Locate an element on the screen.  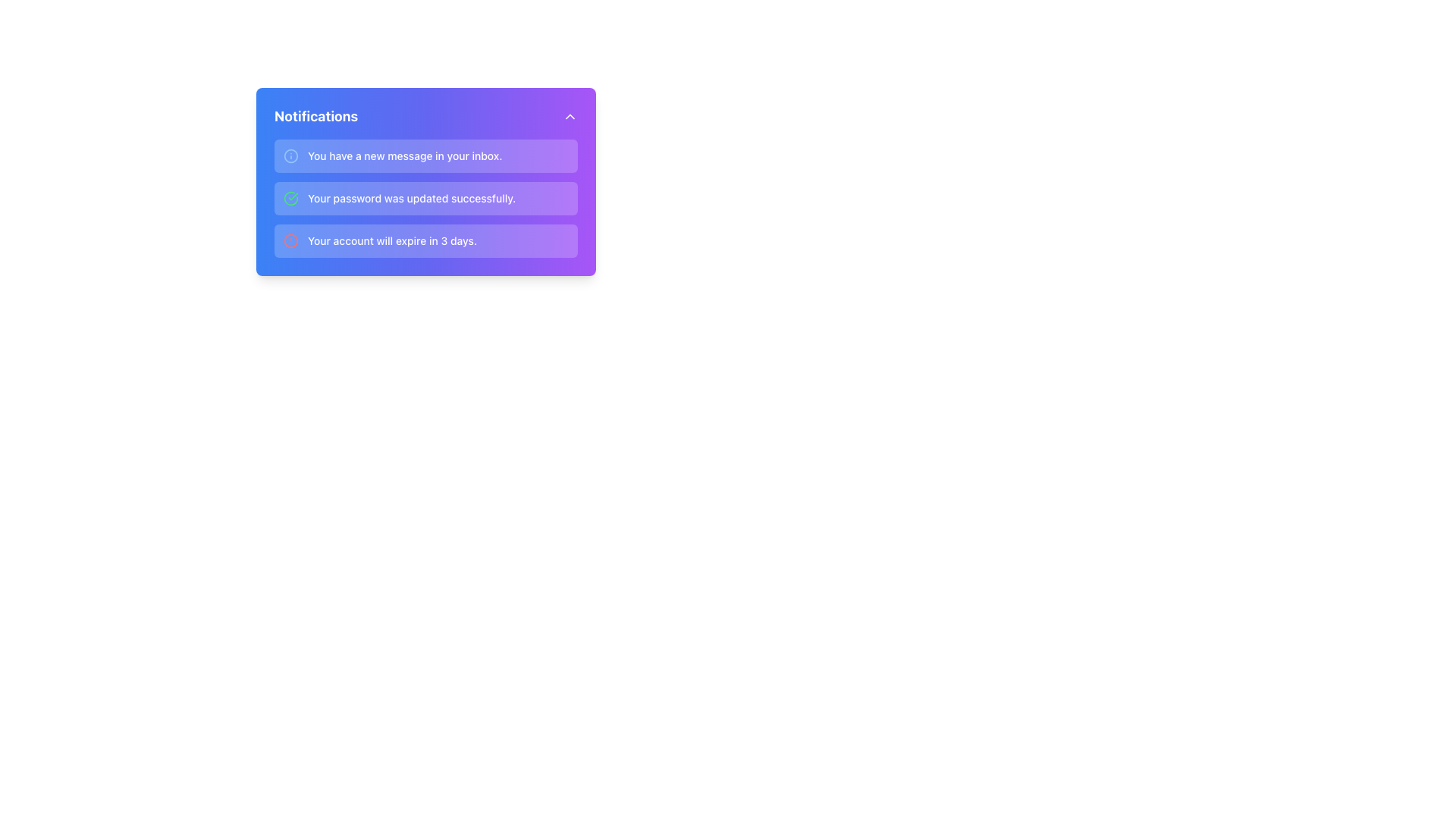
the text label displaying 'You have a new message in your inbox.' located at the center-right of the topmost notification item in the list is located at coordinates (405, 155).